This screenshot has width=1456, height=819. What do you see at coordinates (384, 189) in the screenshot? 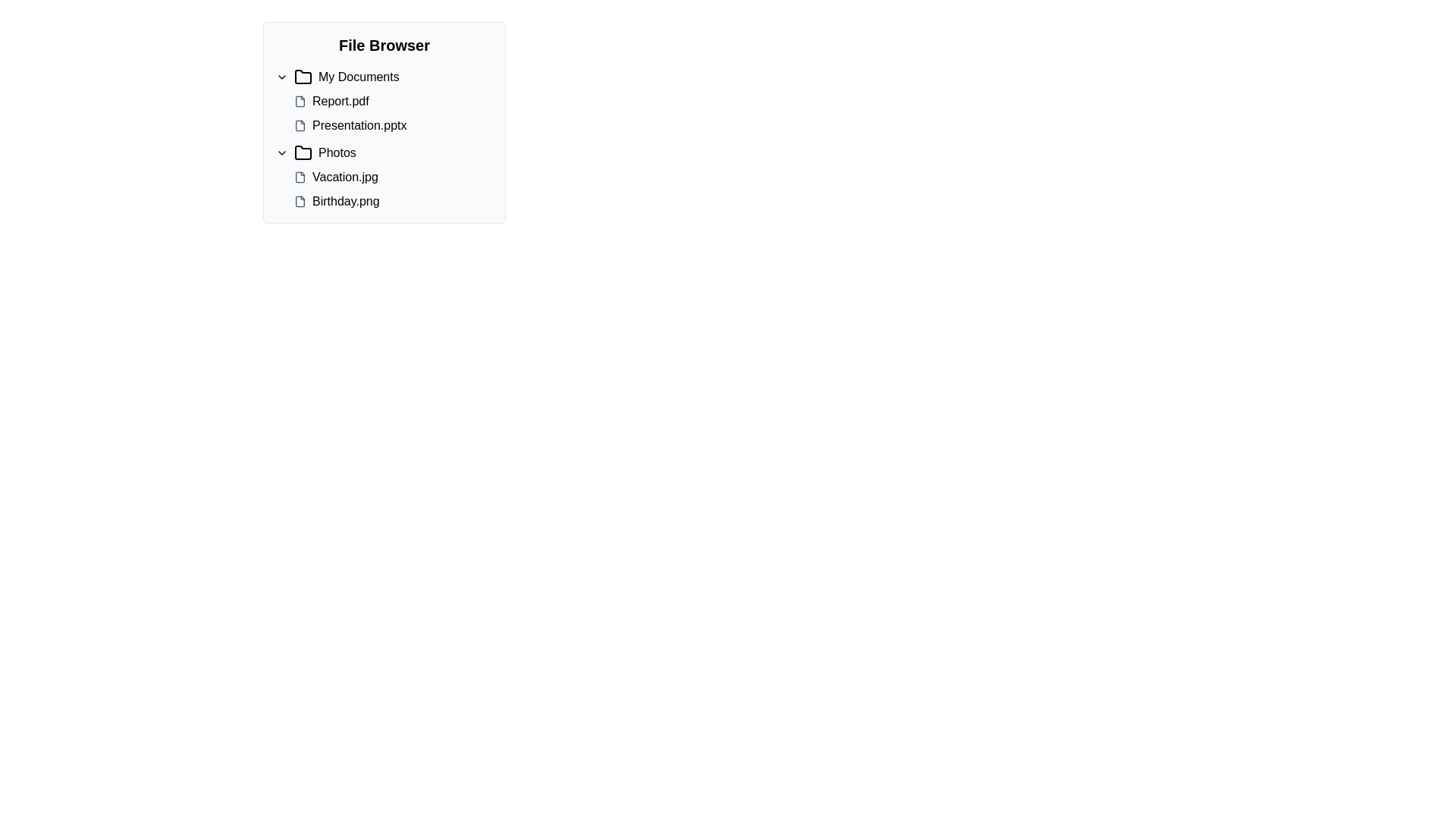
I see `the file name` at bounding box center [384, 189].